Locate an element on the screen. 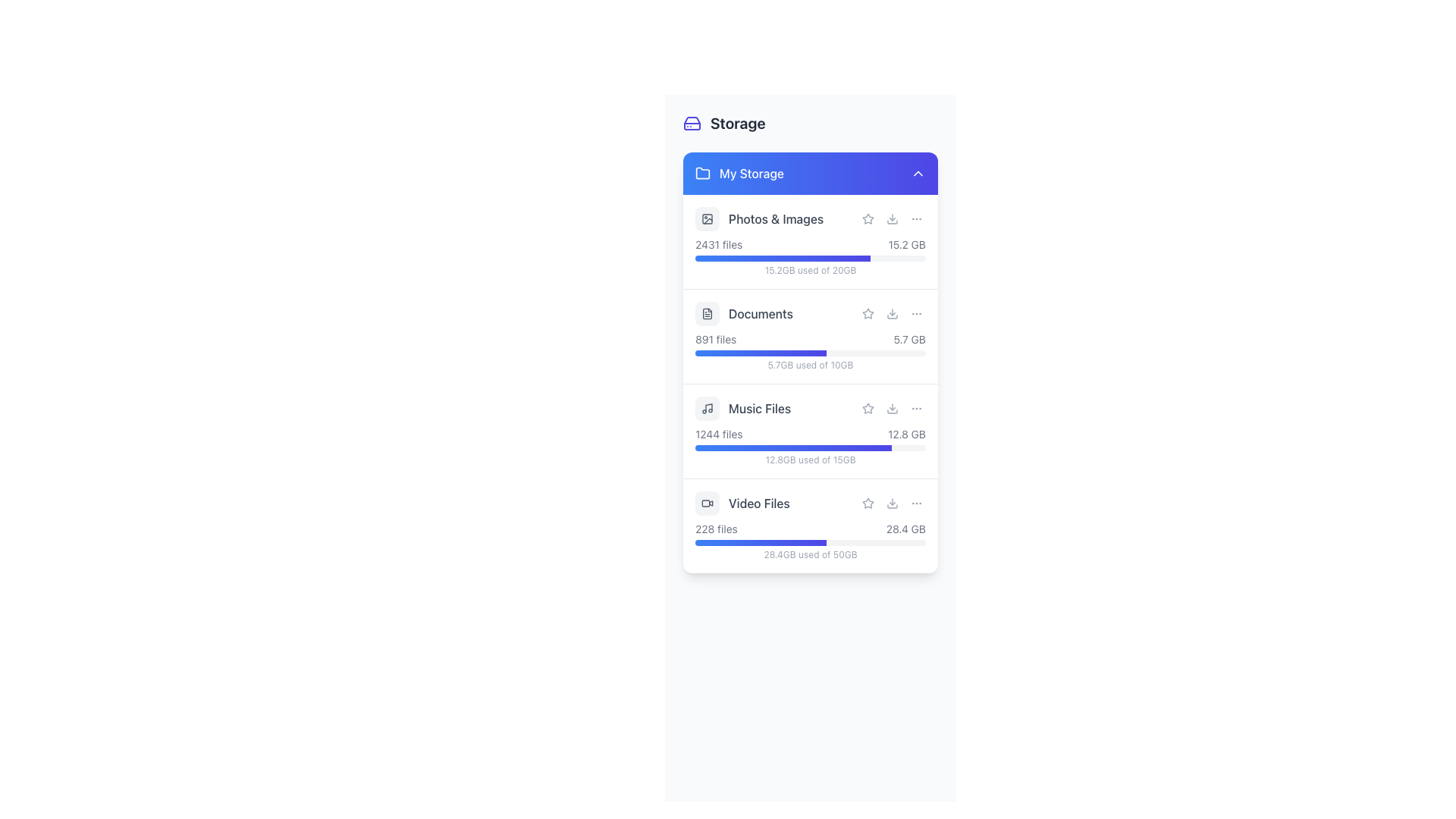 Image resolution: width=1456 pixels, height=819 pixels. the Textual information display showing '1244 files' and '12.8 GB' in the 'Music Files' section, positioned beneath the title and above the progress bar is located at coordinates (810, 435).